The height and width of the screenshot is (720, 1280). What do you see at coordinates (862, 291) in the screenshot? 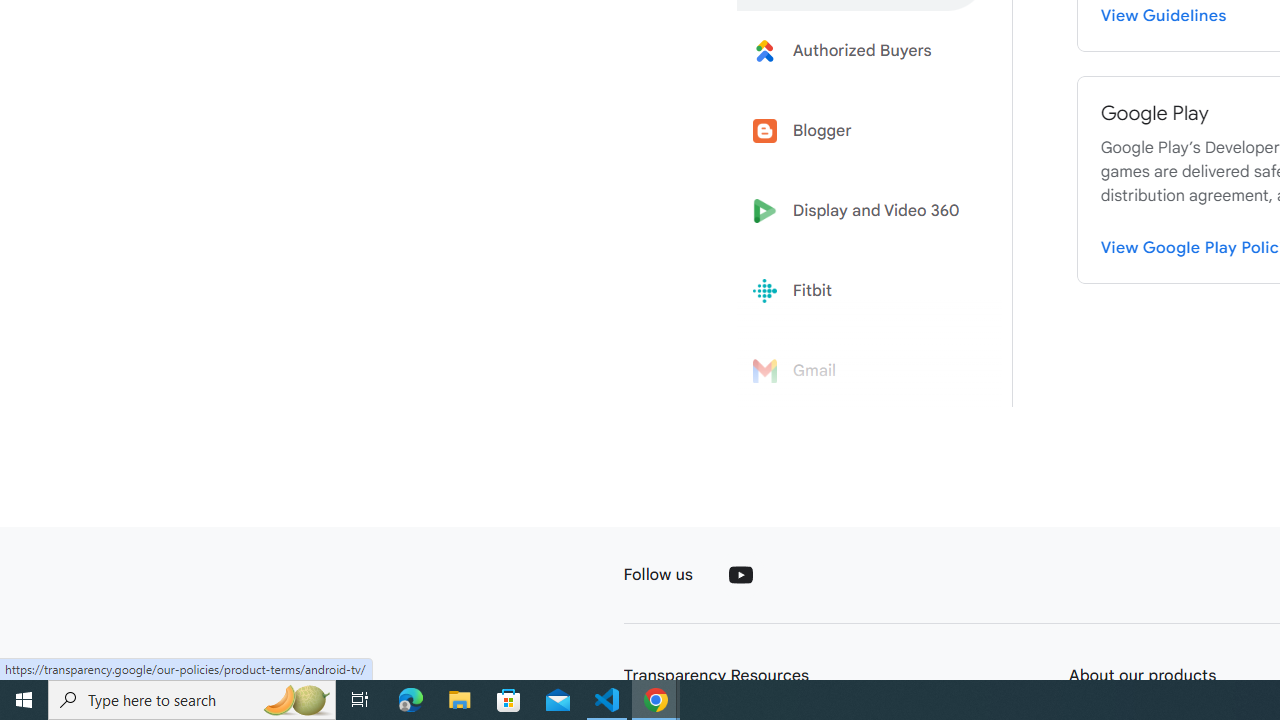
I see `'Fitbit'` at bounding box center [862, 291].